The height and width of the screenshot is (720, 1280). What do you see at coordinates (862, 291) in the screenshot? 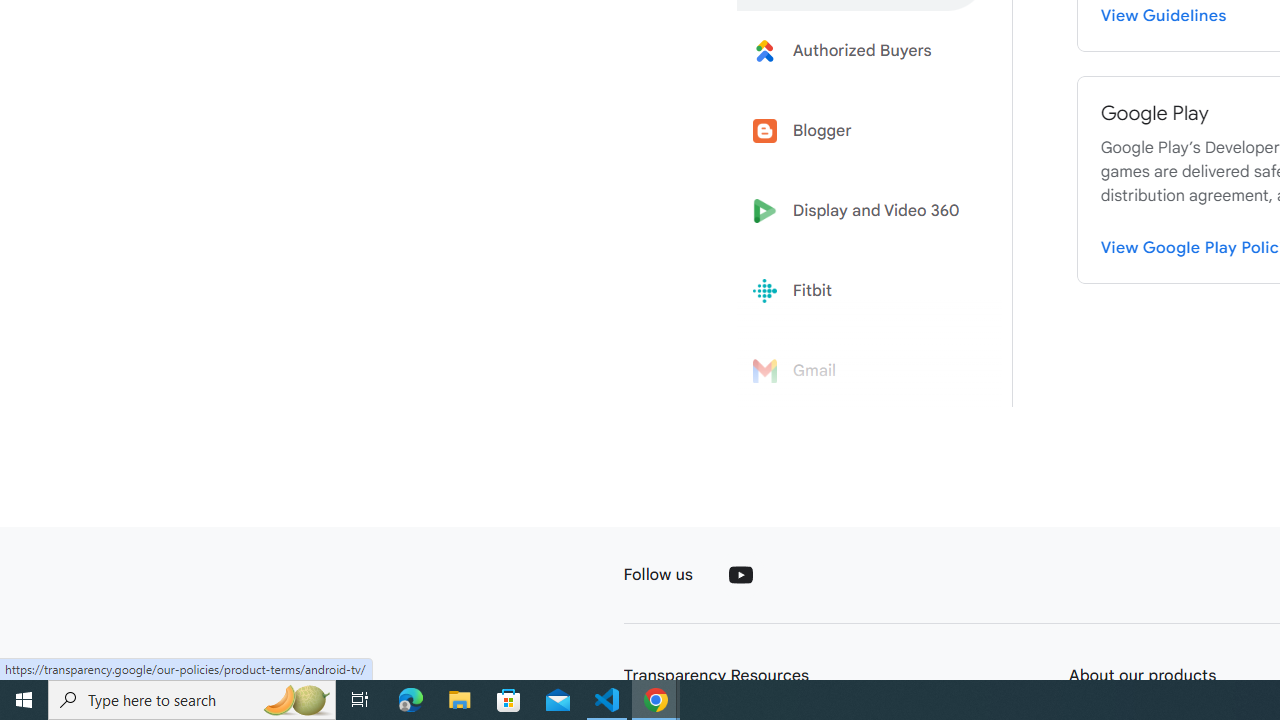
I see `'Fitbit'` at bounding box center [862, 291].